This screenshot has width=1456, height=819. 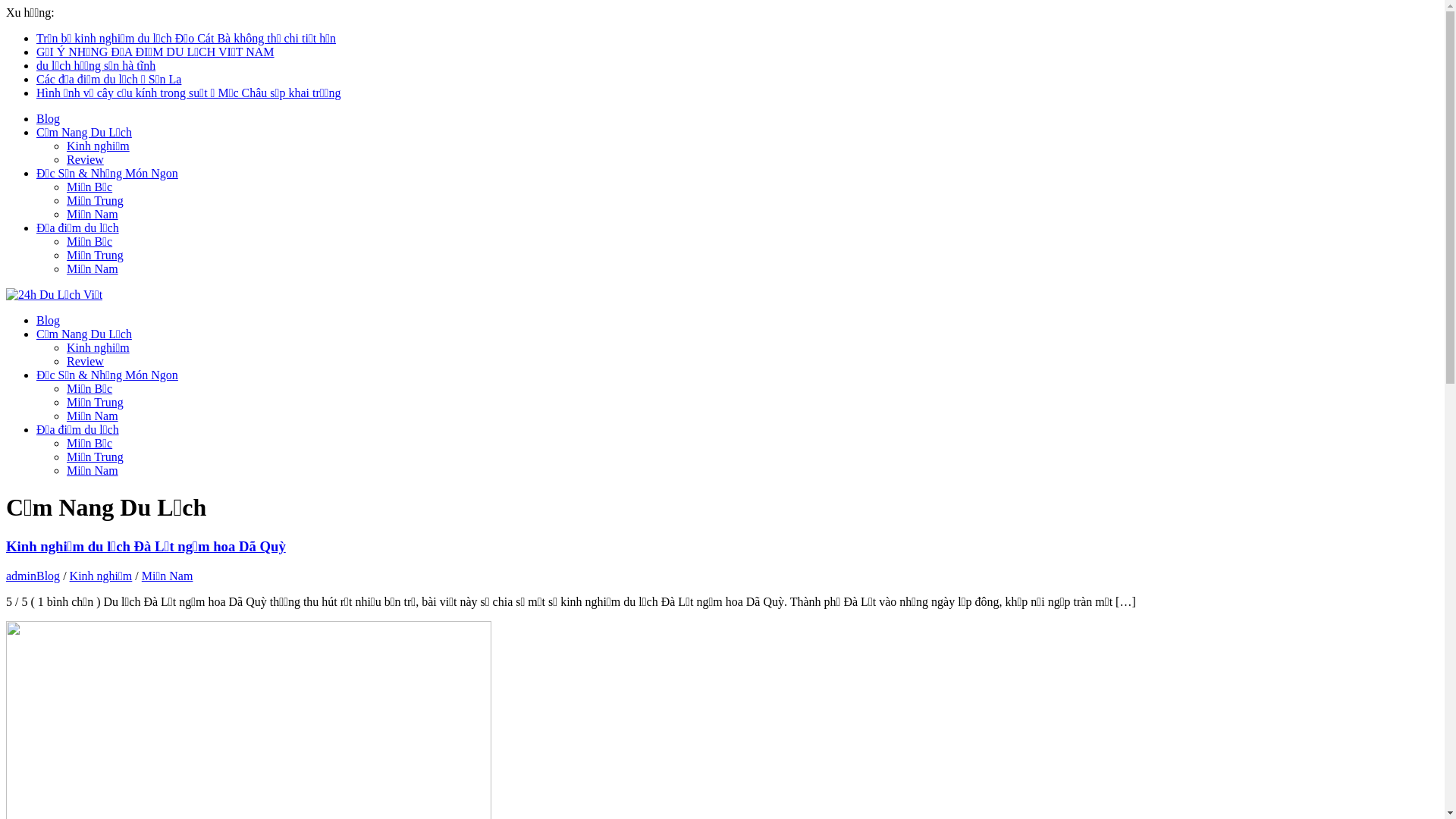 What do you see at coordinates (21, 576) in the screenshot?
I see `'admin'` at bounding box center [21, 576].